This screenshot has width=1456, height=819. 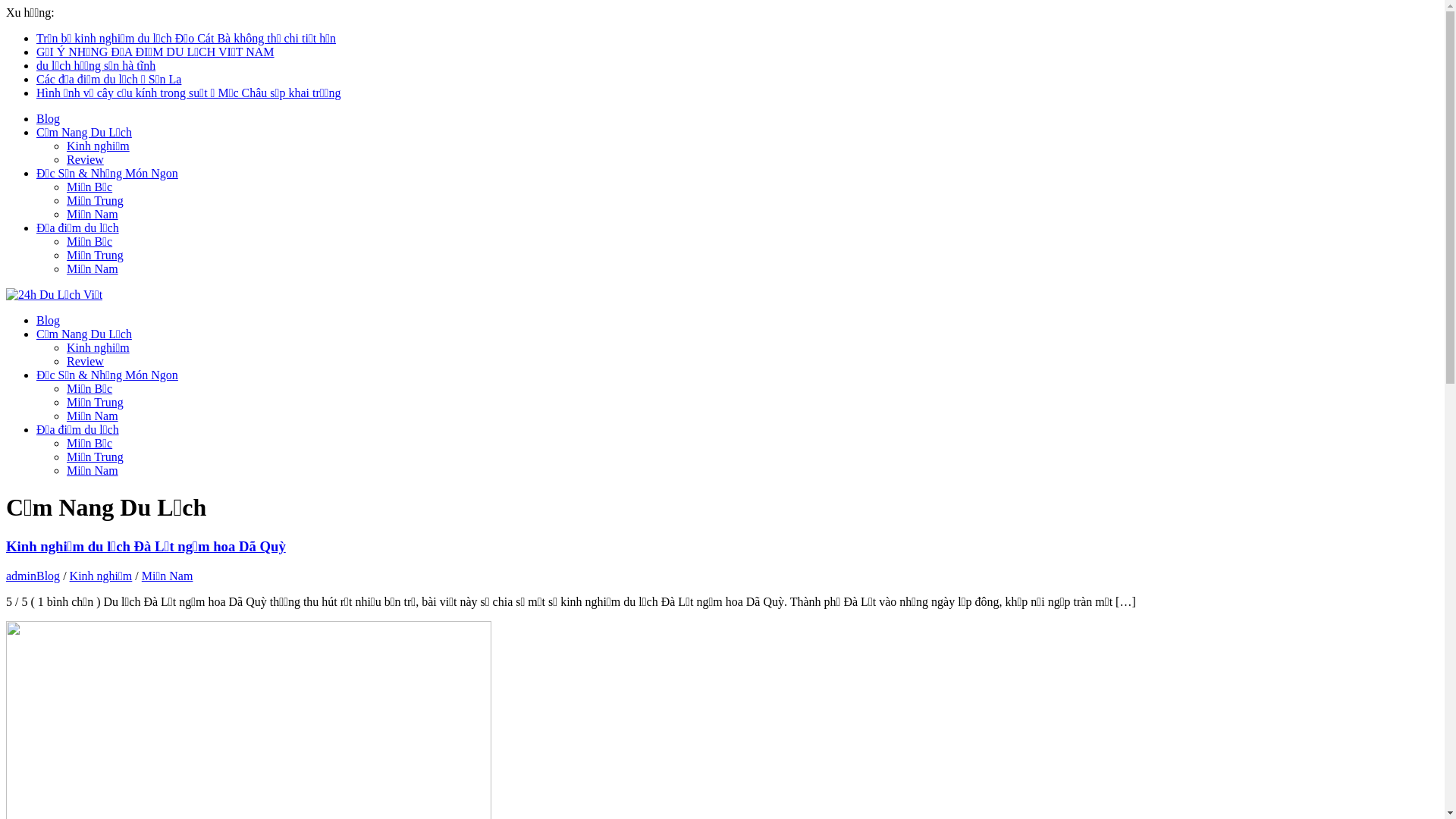 What do you see at coordinates (21, 576) in the screenshot?
I see `'admin'` at bounding box center [21, 576].